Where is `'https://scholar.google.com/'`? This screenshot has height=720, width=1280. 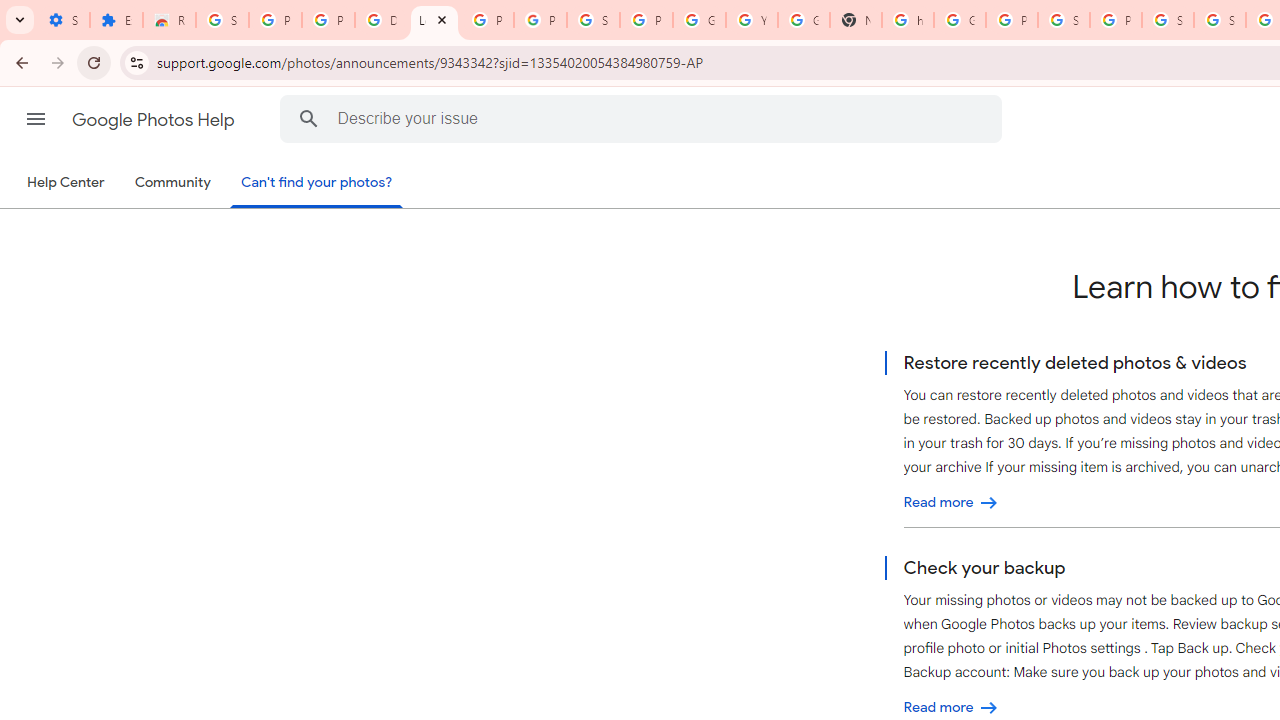
'https://scholar.google.com/' is located at coordinates (907, 20).